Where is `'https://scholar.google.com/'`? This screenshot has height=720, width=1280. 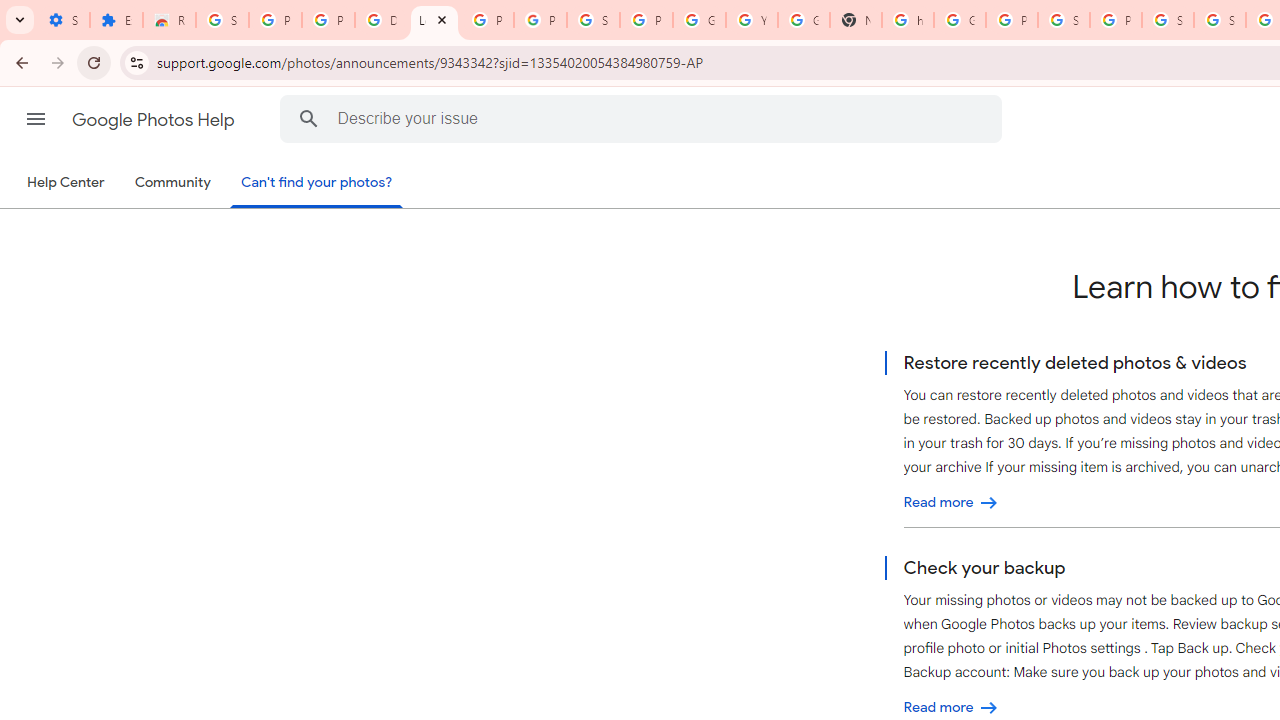
'https://scholar.google.com/' is located at coordinates (907, 20).